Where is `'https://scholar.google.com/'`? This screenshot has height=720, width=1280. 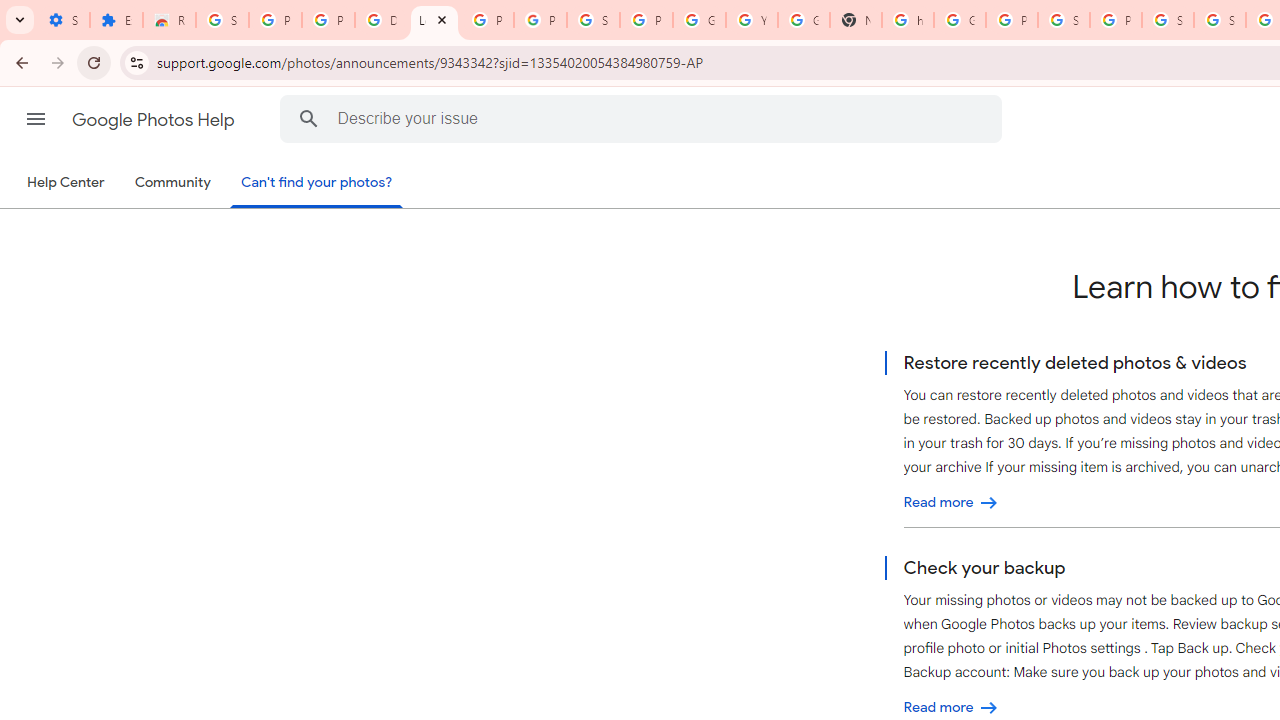
'https://scholar.google.com/' is located at coordinates (907, 20).